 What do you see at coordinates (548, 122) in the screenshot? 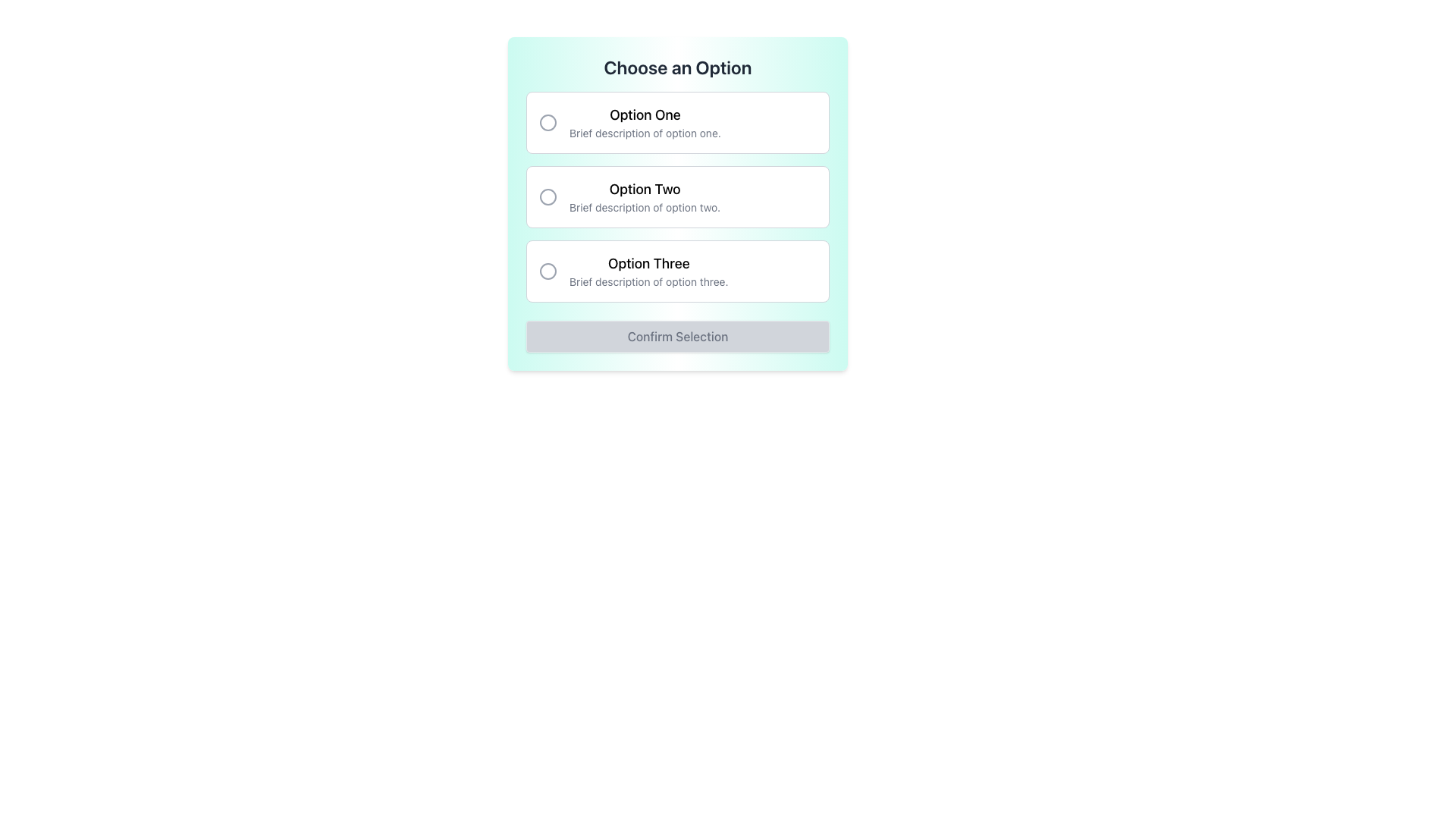
I see `the first circular radio button in the option selection interface, which is aligned to the left of the text 'Option One'` at bounding box center [548, 122].